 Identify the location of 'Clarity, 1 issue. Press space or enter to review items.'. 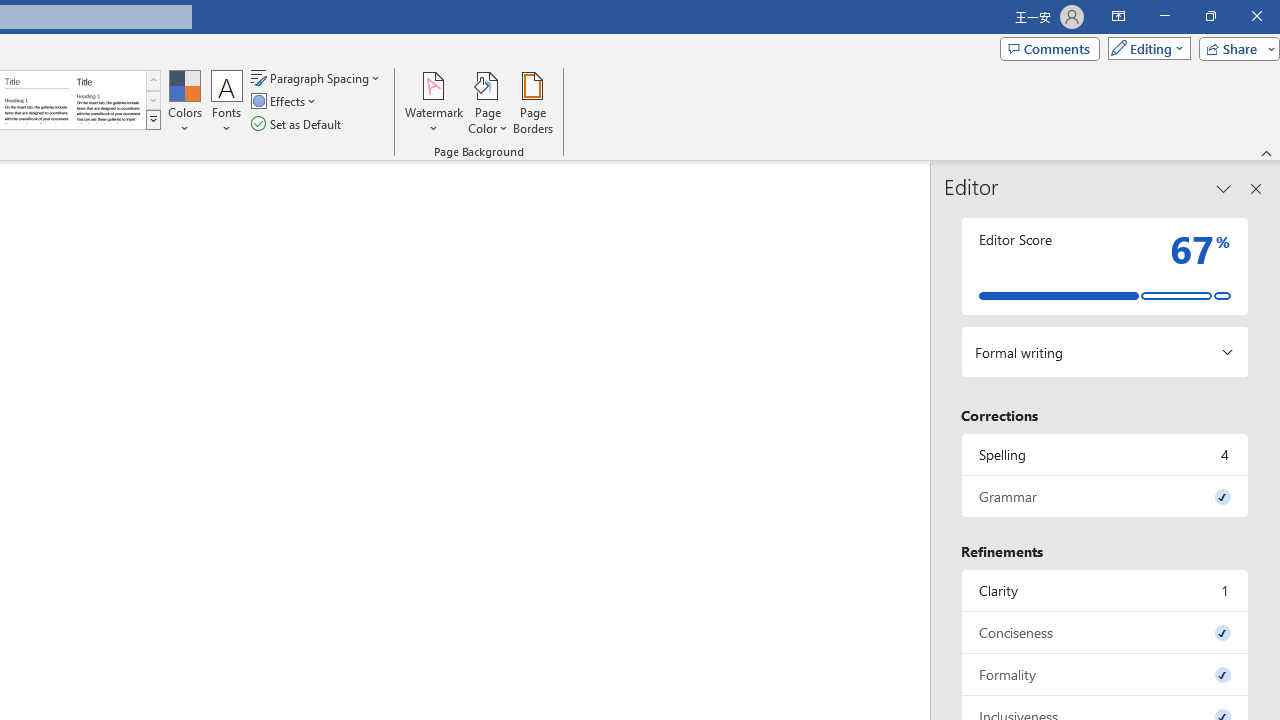
(1104, 589).